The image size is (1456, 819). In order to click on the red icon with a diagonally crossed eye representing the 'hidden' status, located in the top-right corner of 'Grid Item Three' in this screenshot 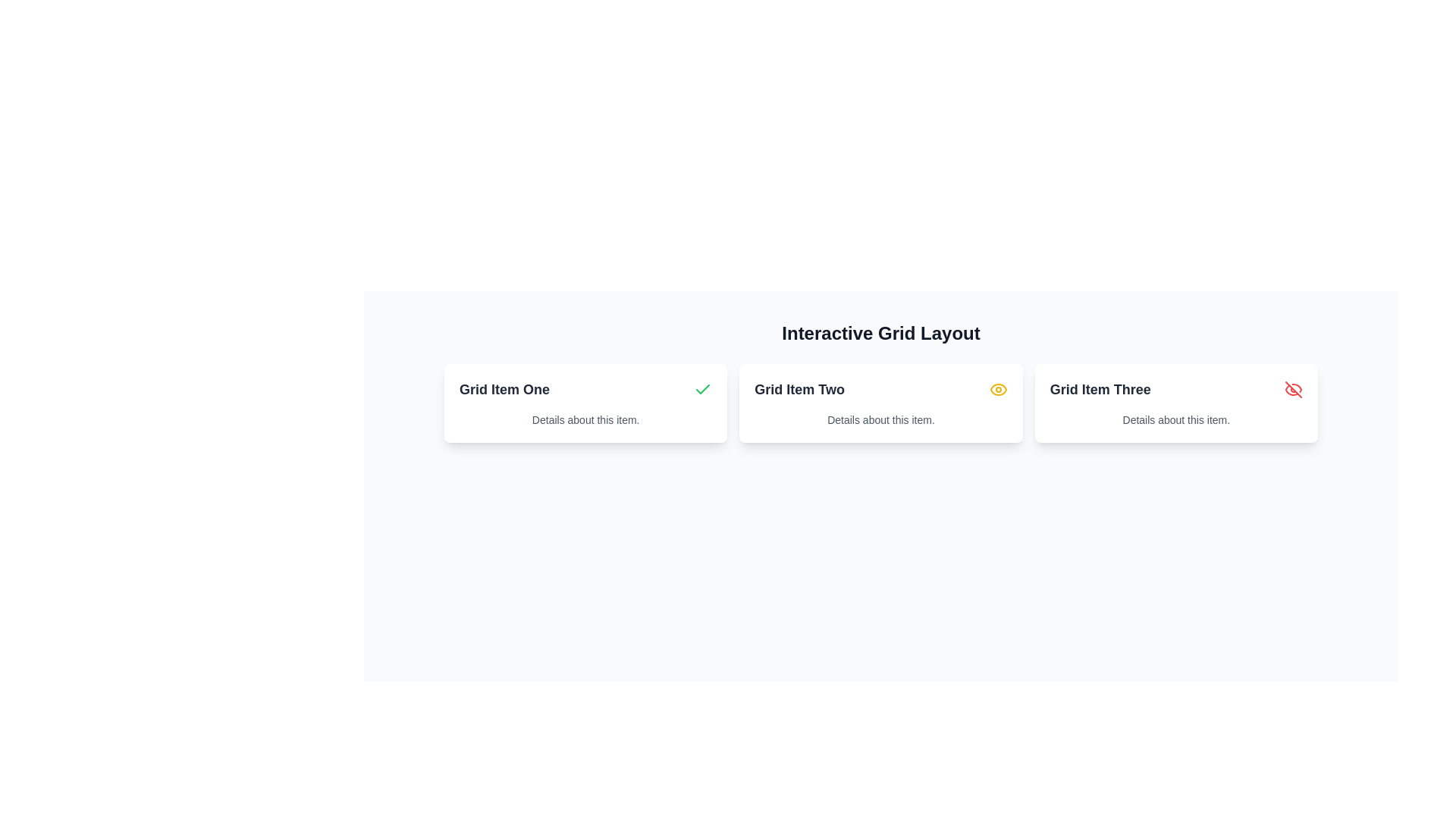, I will do `click(1292, 388)`.